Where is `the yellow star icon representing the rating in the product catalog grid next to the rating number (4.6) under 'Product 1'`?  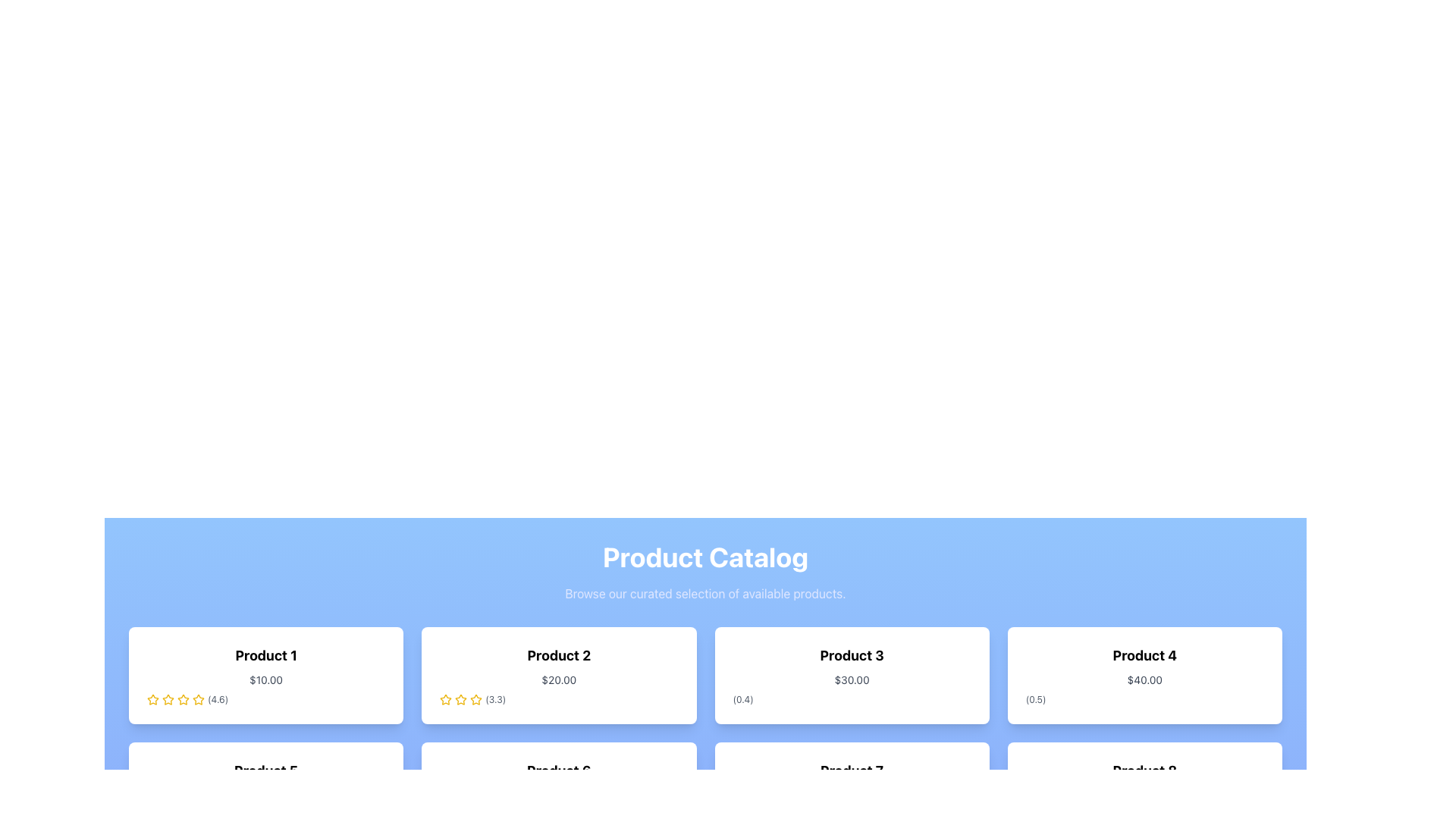 the yellow star icon representing the rating in the product catalog grid next to the rating number (4.6) under 'Product 1' is located at coordinates (198, 699).